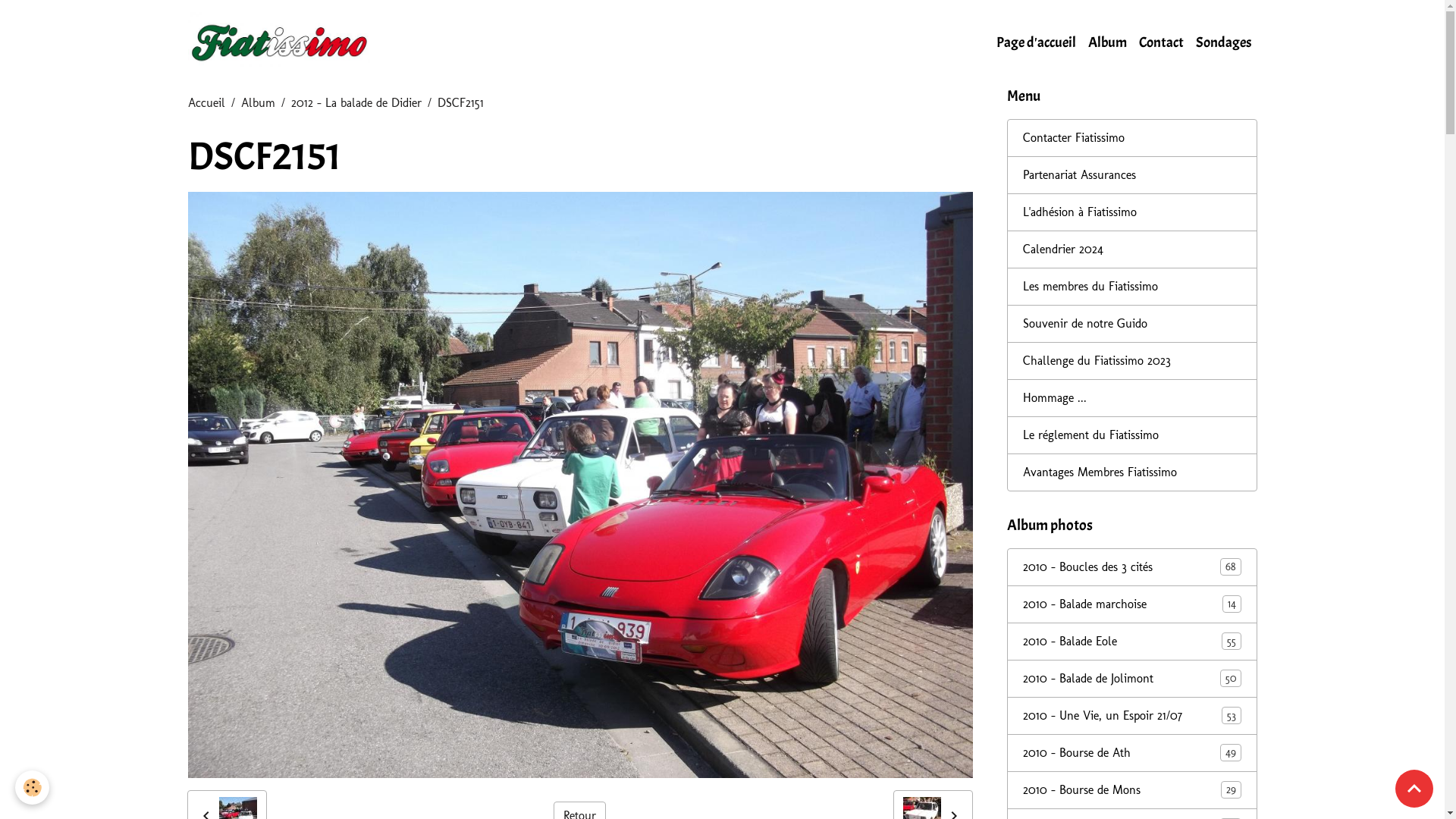 The height and width of the screenshot is (819, 1456). I want to click on '2010 - Balade marchoise, so click(1131, 604).